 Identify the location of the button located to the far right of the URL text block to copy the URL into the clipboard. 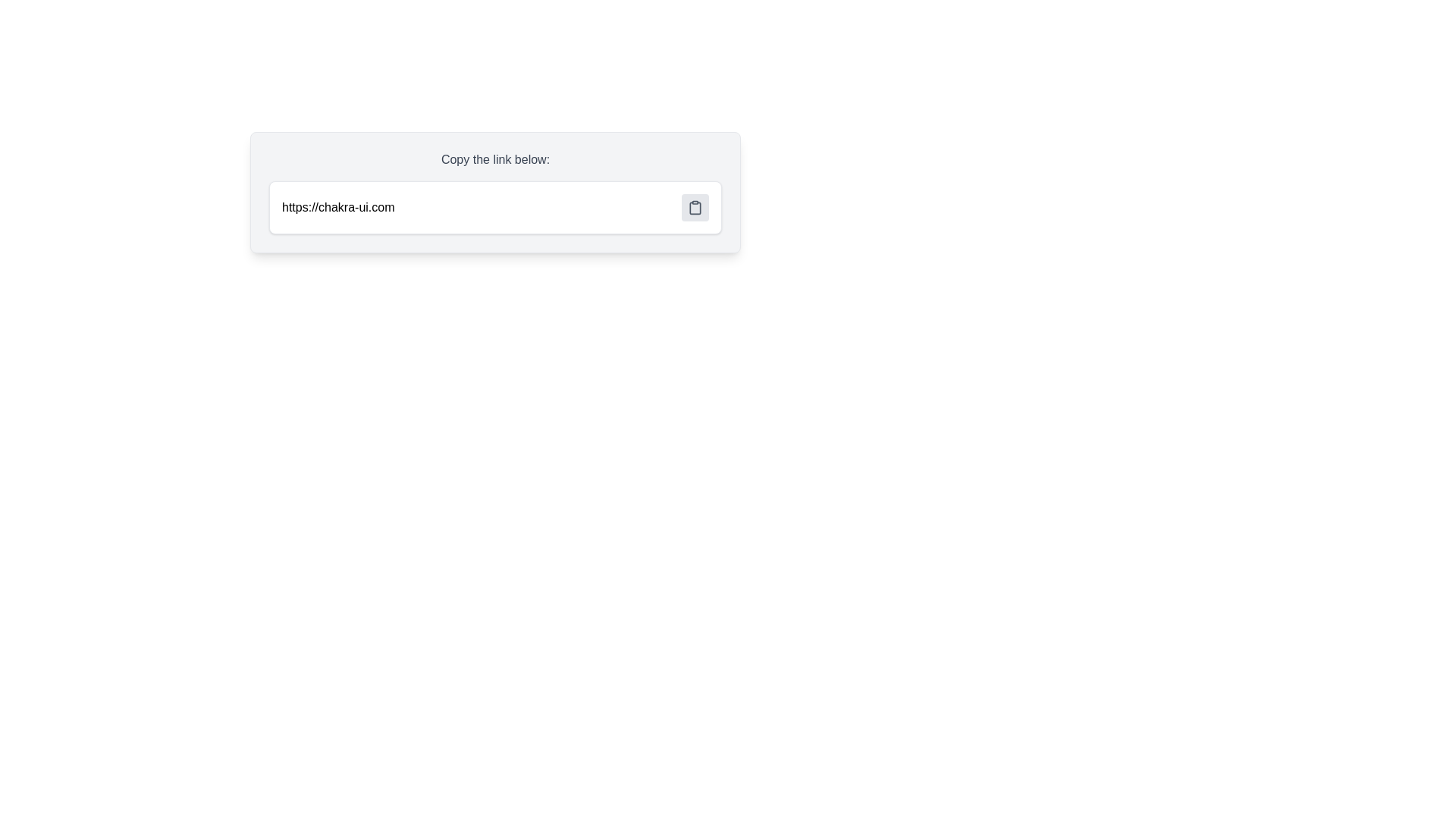
(694, 207).